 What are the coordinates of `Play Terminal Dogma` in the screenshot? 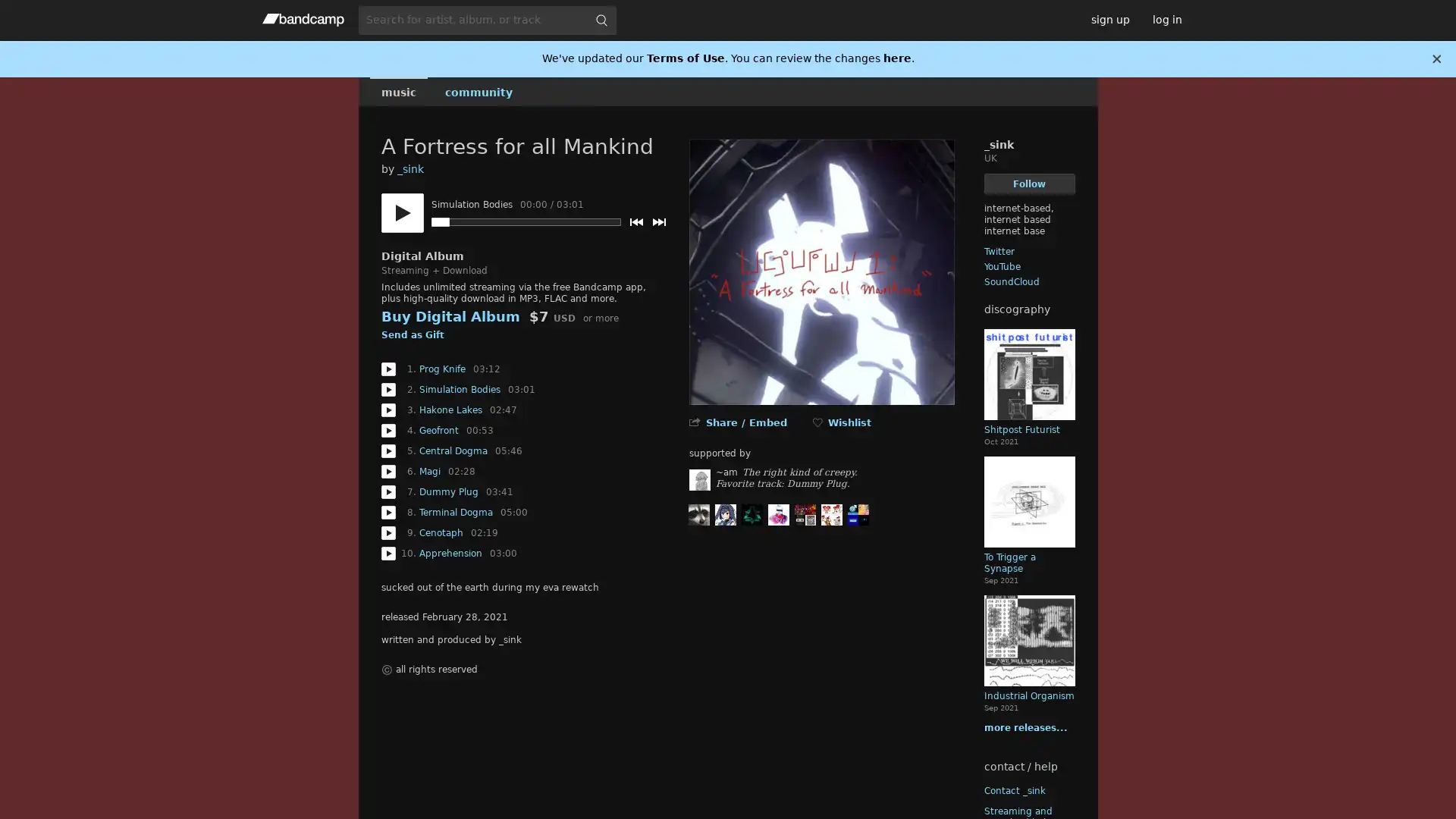 It's located at (388, 512).